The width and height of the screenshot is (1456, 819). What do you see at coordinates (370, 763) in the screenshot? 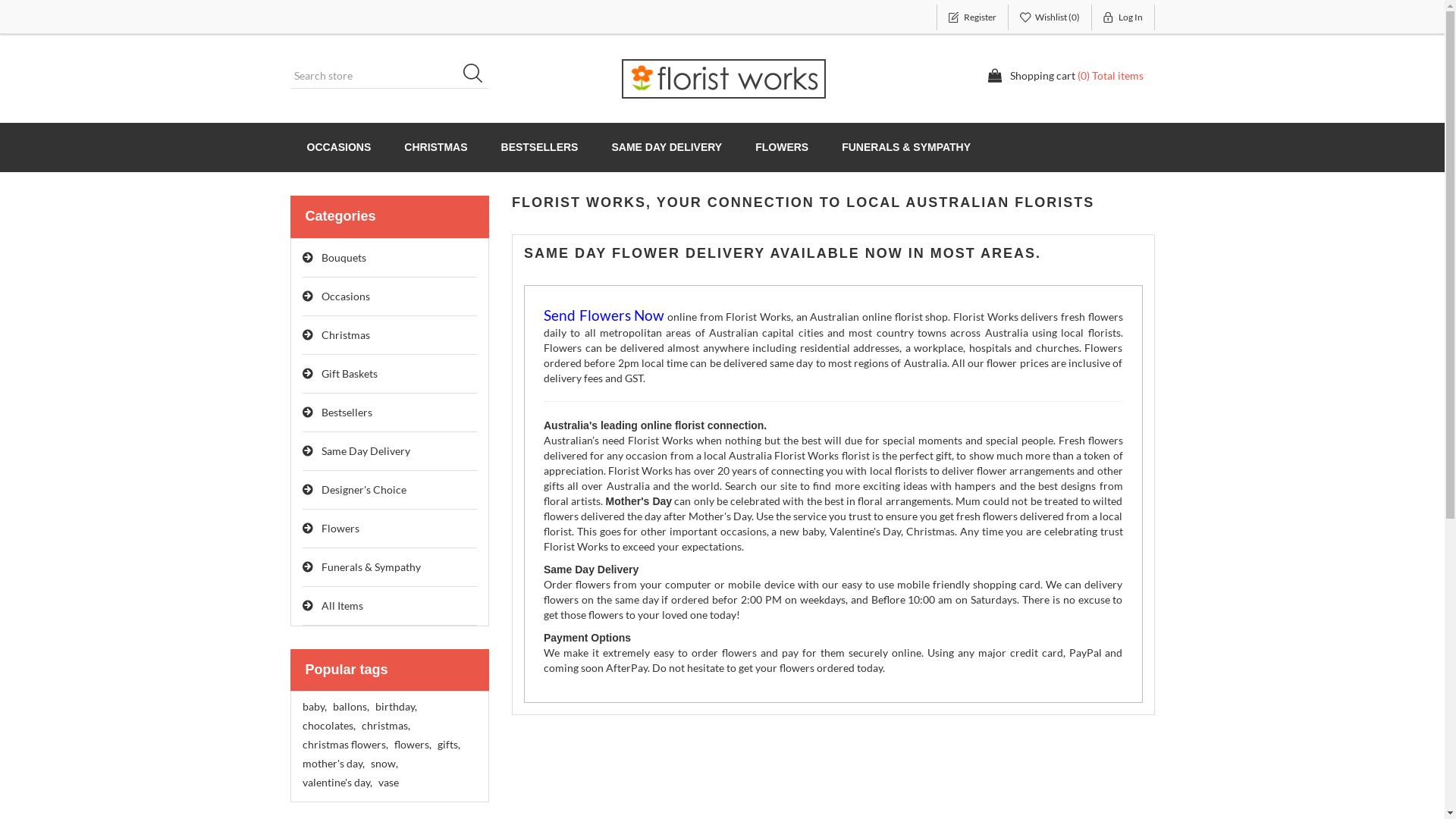
I see `'snow,'` at bounding box center [370, 763].